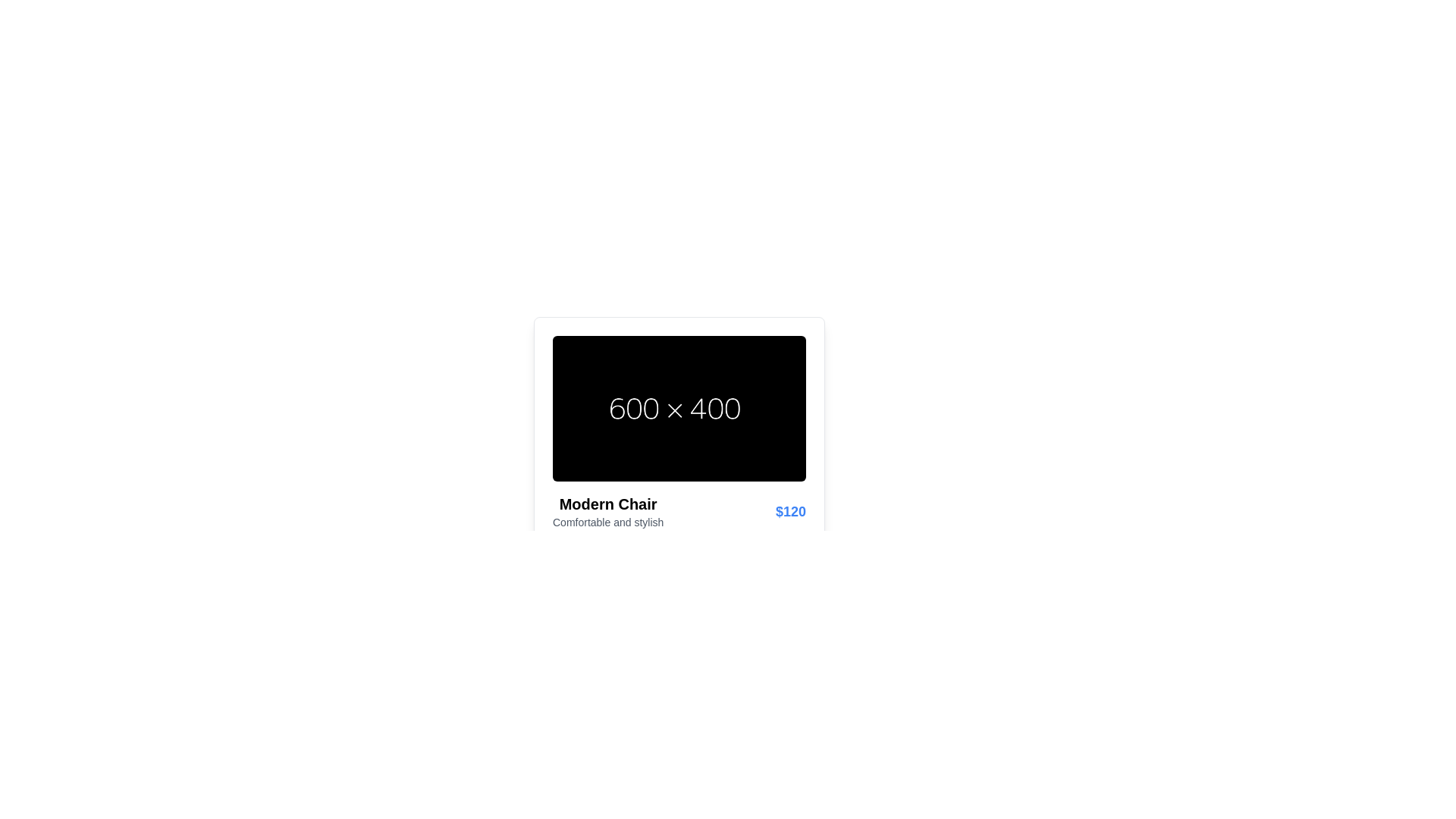 The width and height of the screenshot is (1456, 819). What do you see at coordinates (608, 522) in the screenshot?
I see `the text 'Comfortable and stylish' which is located directly beneath the title 'Modern Chair' within the product card layout` at bounding box center [608, 522].